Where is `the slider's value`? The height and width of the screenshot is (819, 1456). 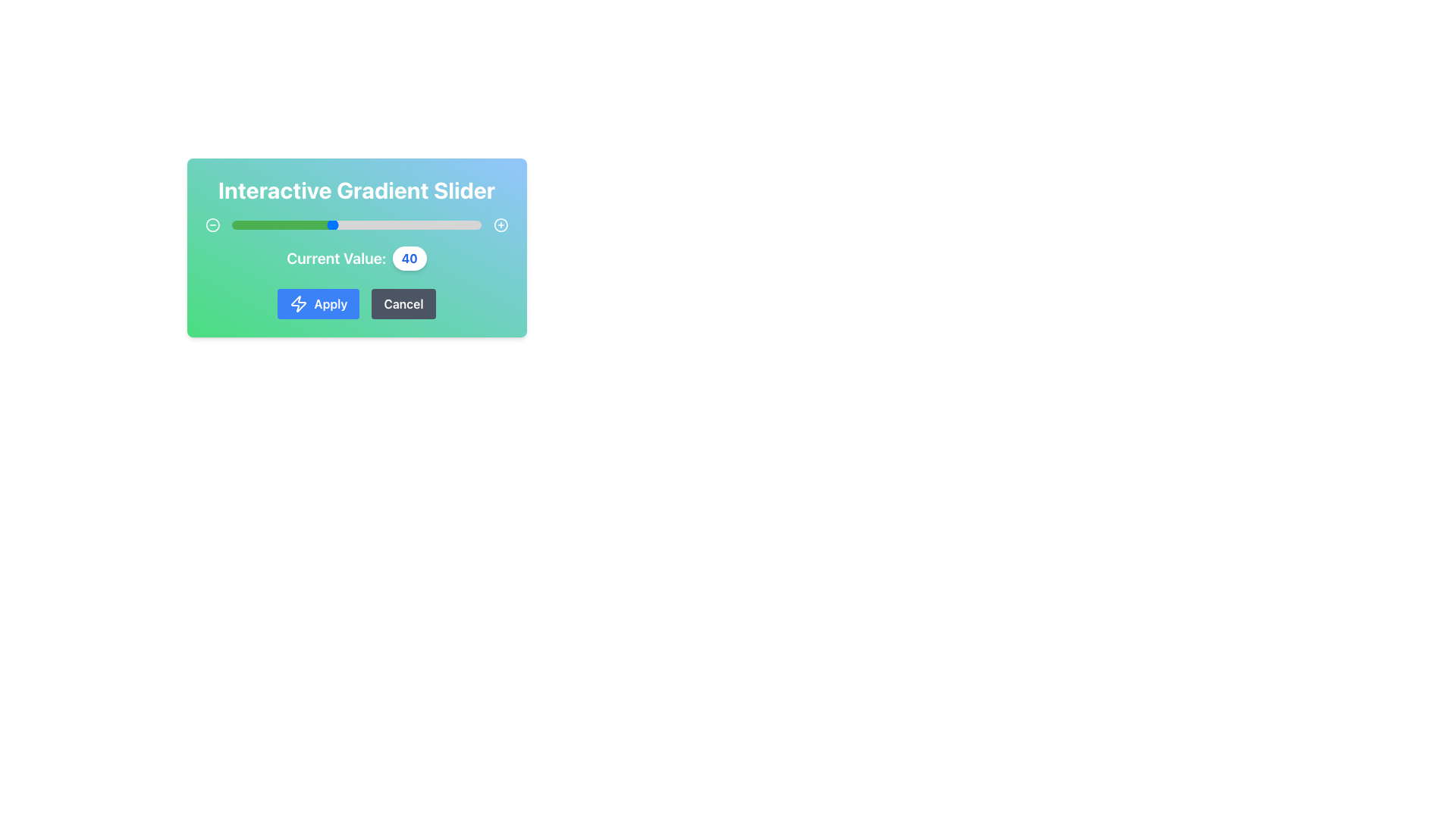
the slider's value is located at coordinates (431, 225).